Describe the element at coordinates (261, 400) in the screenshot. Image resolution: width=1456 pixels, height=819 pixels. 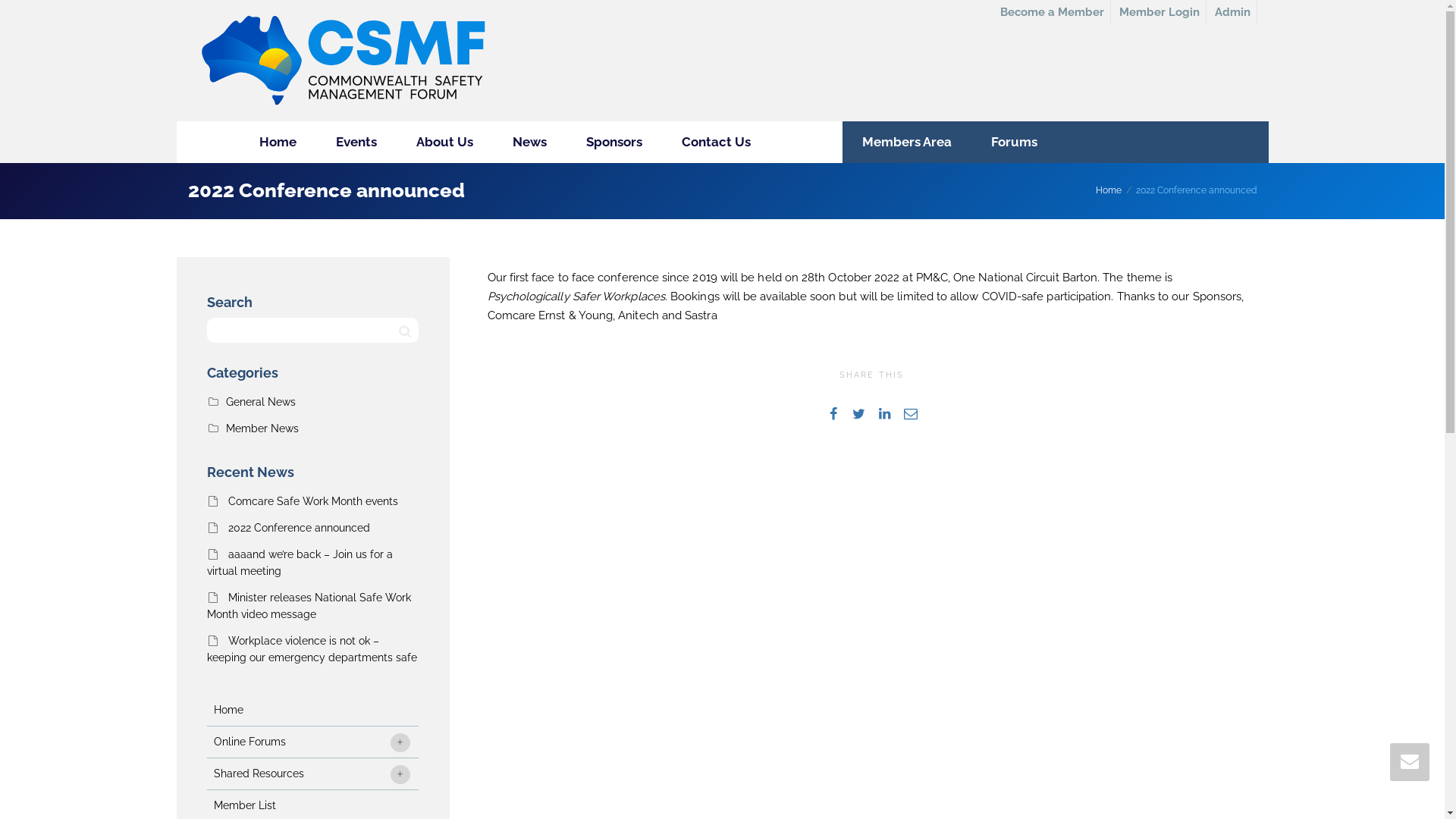
I see `'General News'` at that location.